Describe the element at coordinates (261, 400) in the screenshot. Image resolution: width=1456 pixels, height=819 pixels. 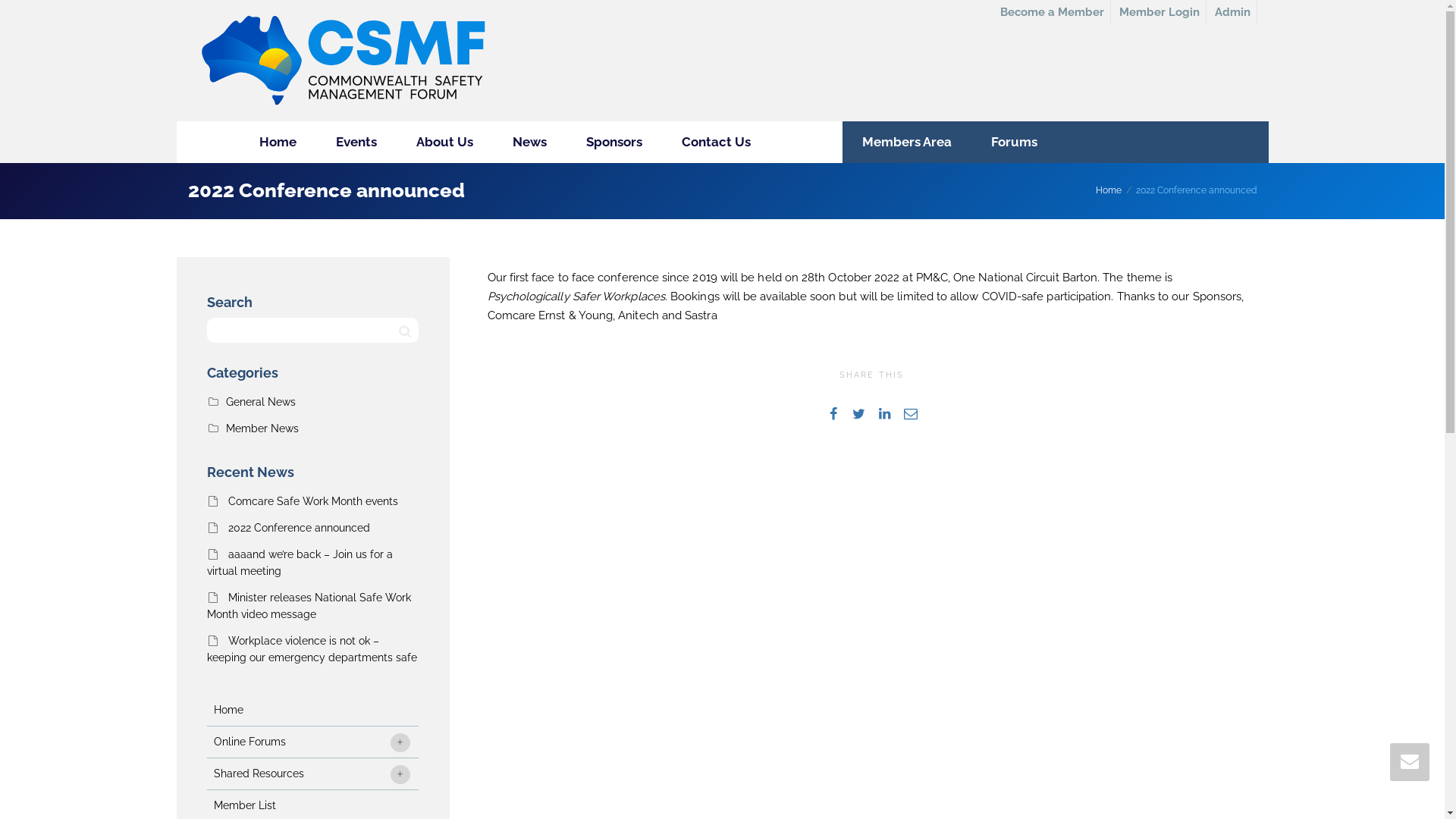
I see `'General News'` at that location.